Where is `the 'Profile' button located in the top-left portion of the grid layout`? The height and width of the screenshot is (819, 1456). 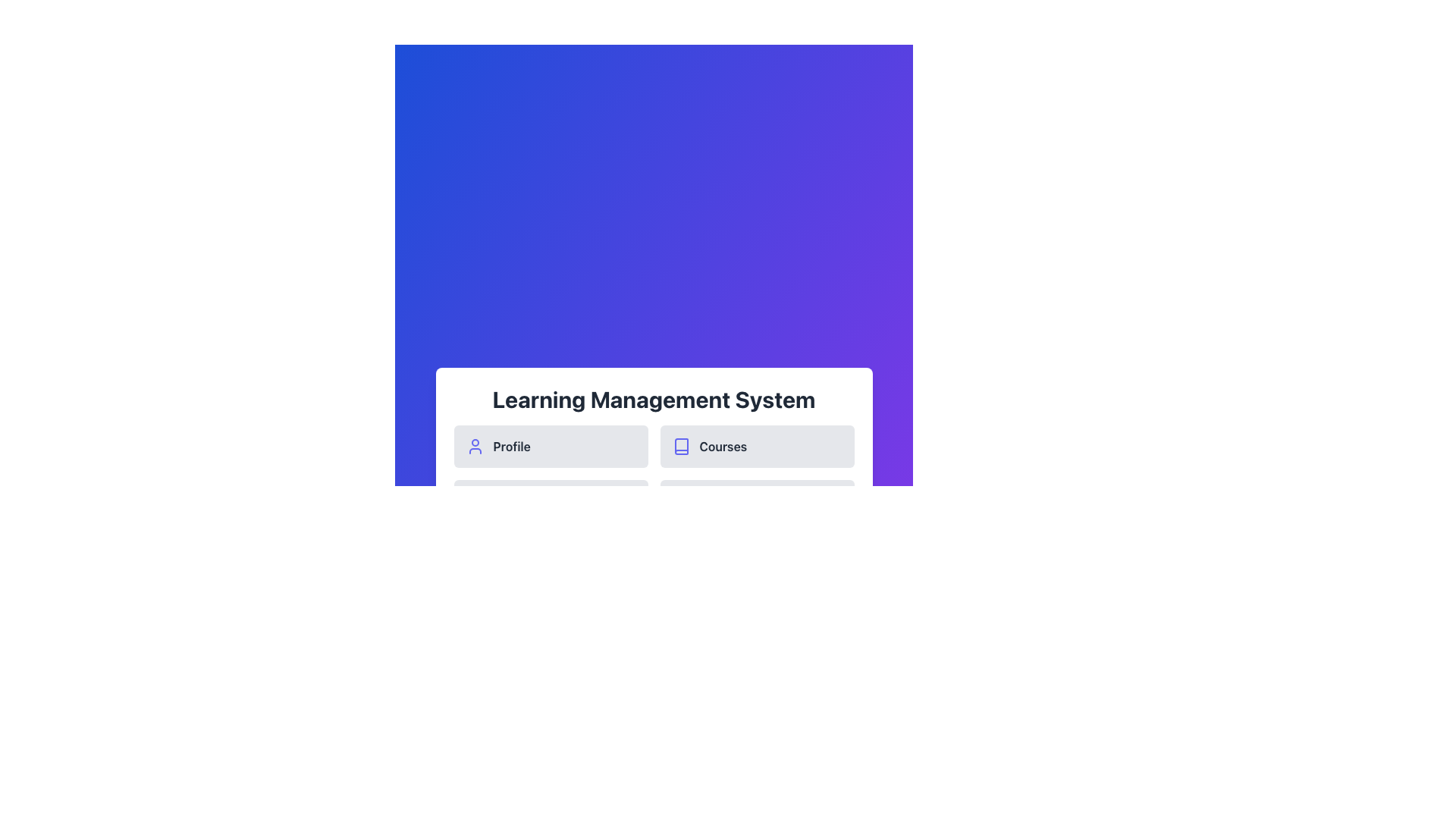 the 'Profile' button located in the top-left portion of the grid layout is located at coordinates (550, 446).